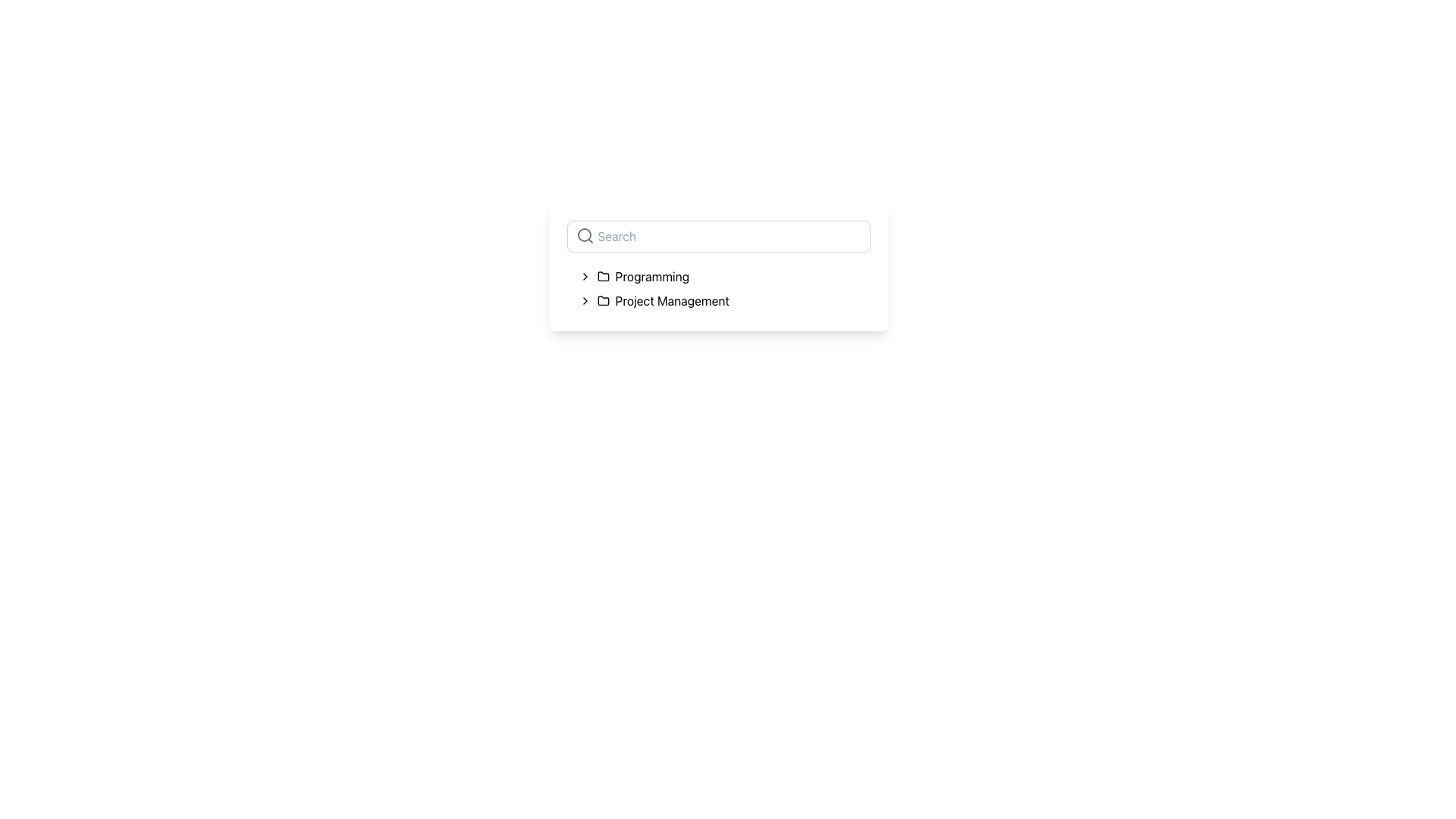  I want to click on the triangular right-facing arrow button located adjacent to the text 'Programming', so click(584, 277).